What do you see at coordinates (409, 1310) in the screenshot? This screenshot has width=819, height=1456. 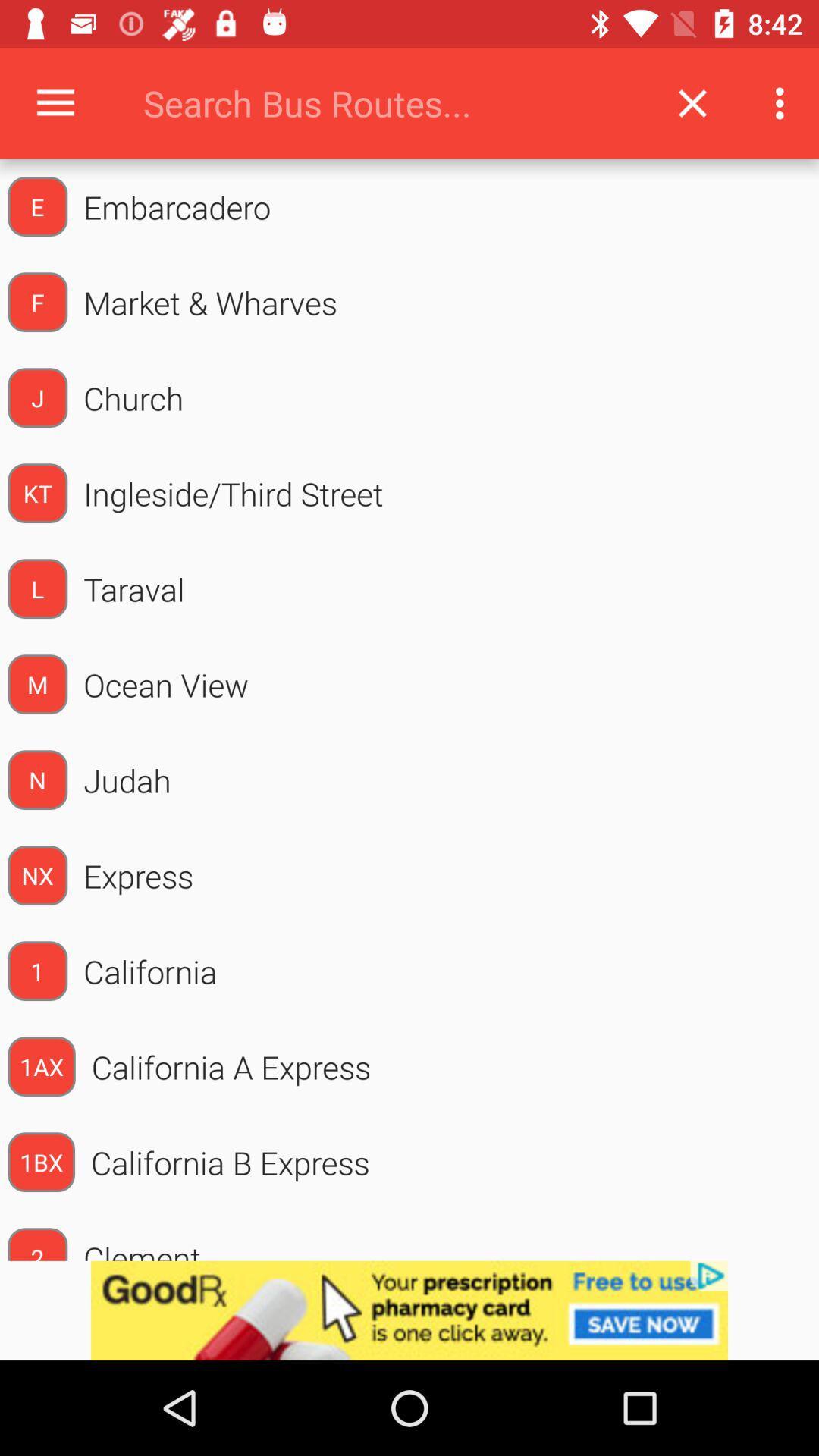 I see `advertisement advertisement` at bounding box center [409, 1310].